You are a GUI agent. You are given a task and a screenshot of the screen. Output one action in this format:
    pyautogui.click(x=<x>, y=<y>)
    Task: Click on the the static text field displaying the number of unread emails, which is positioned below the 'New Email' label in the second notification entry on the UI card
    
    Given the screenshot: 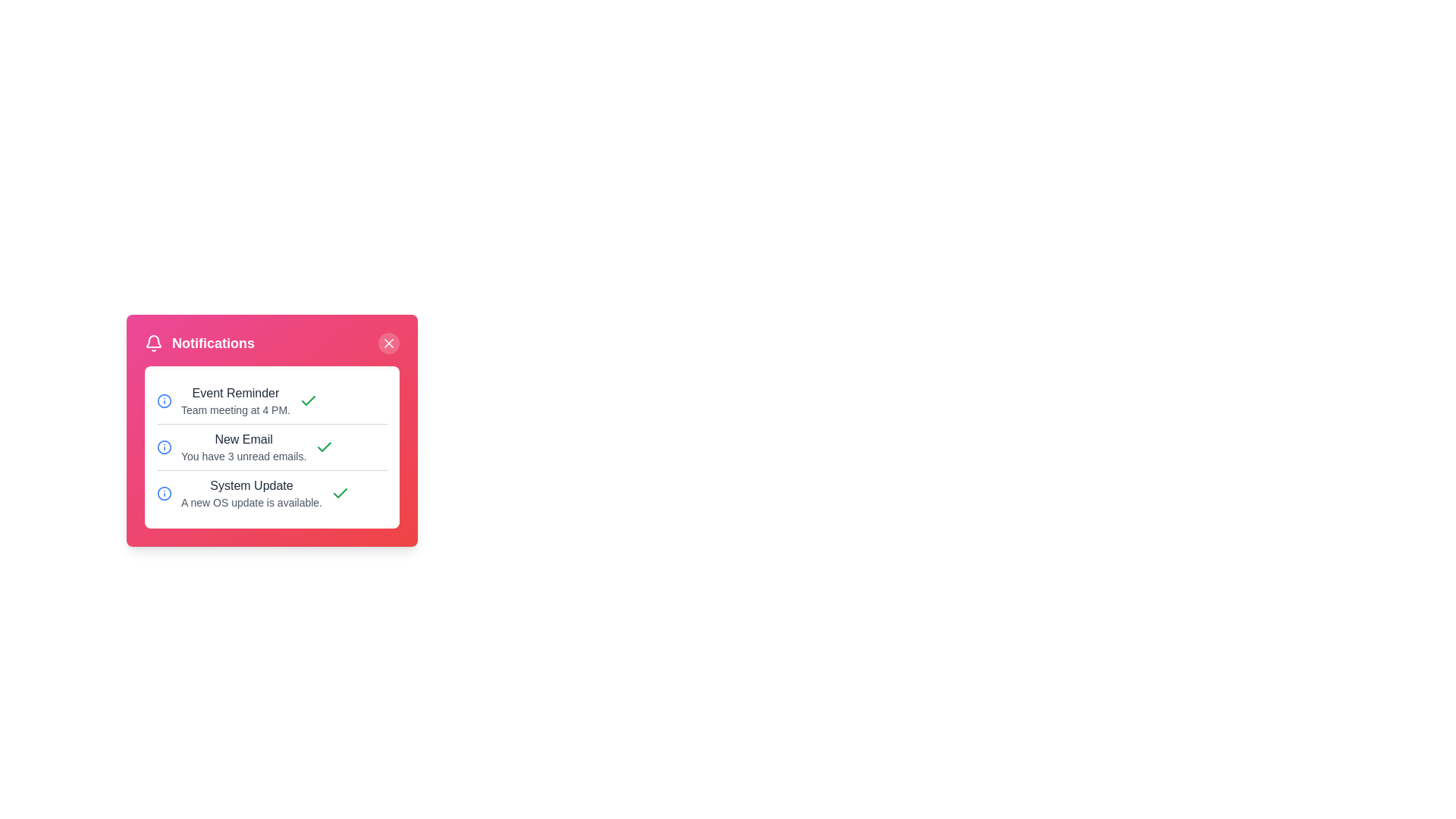 What is the action you would take?
    pyautogui.click(x=243, y=455)
    